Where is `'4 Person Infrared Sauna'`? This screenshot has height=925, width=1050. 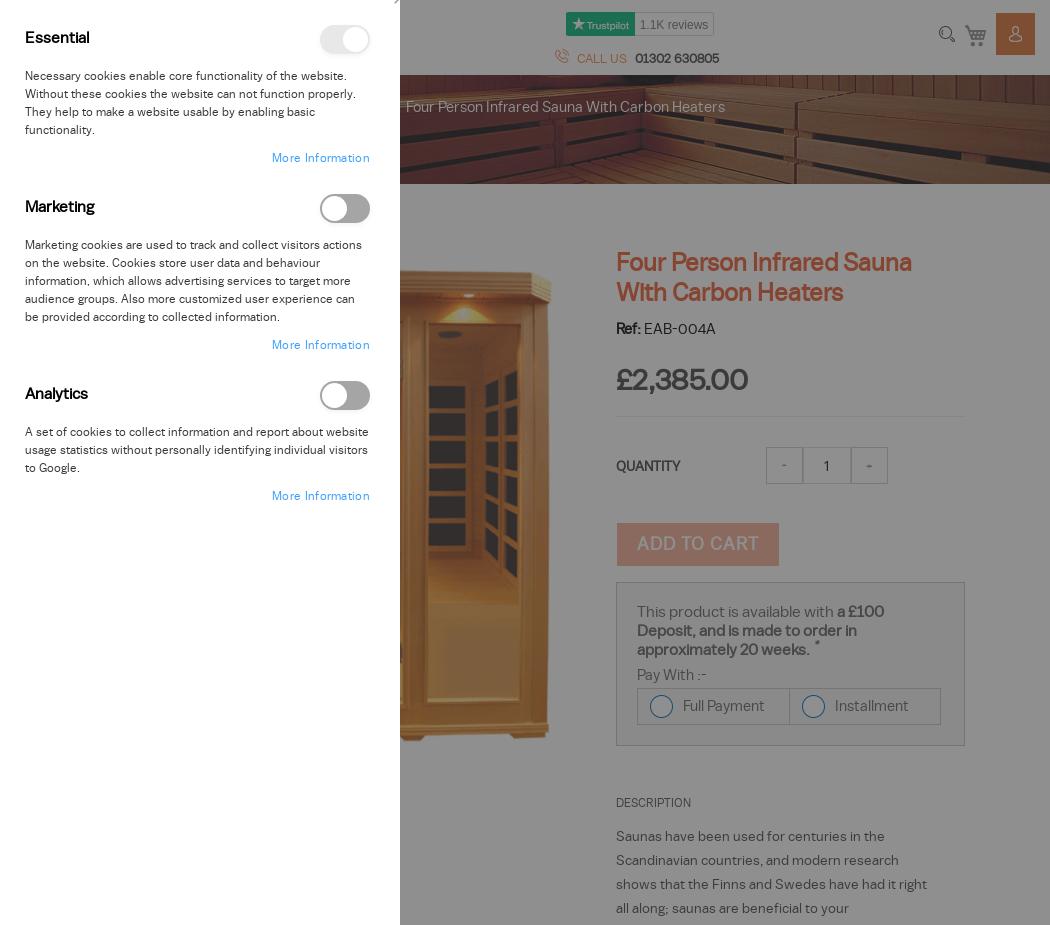 '4 Person Infrared Sauna' is located at coordinates (210, 105).